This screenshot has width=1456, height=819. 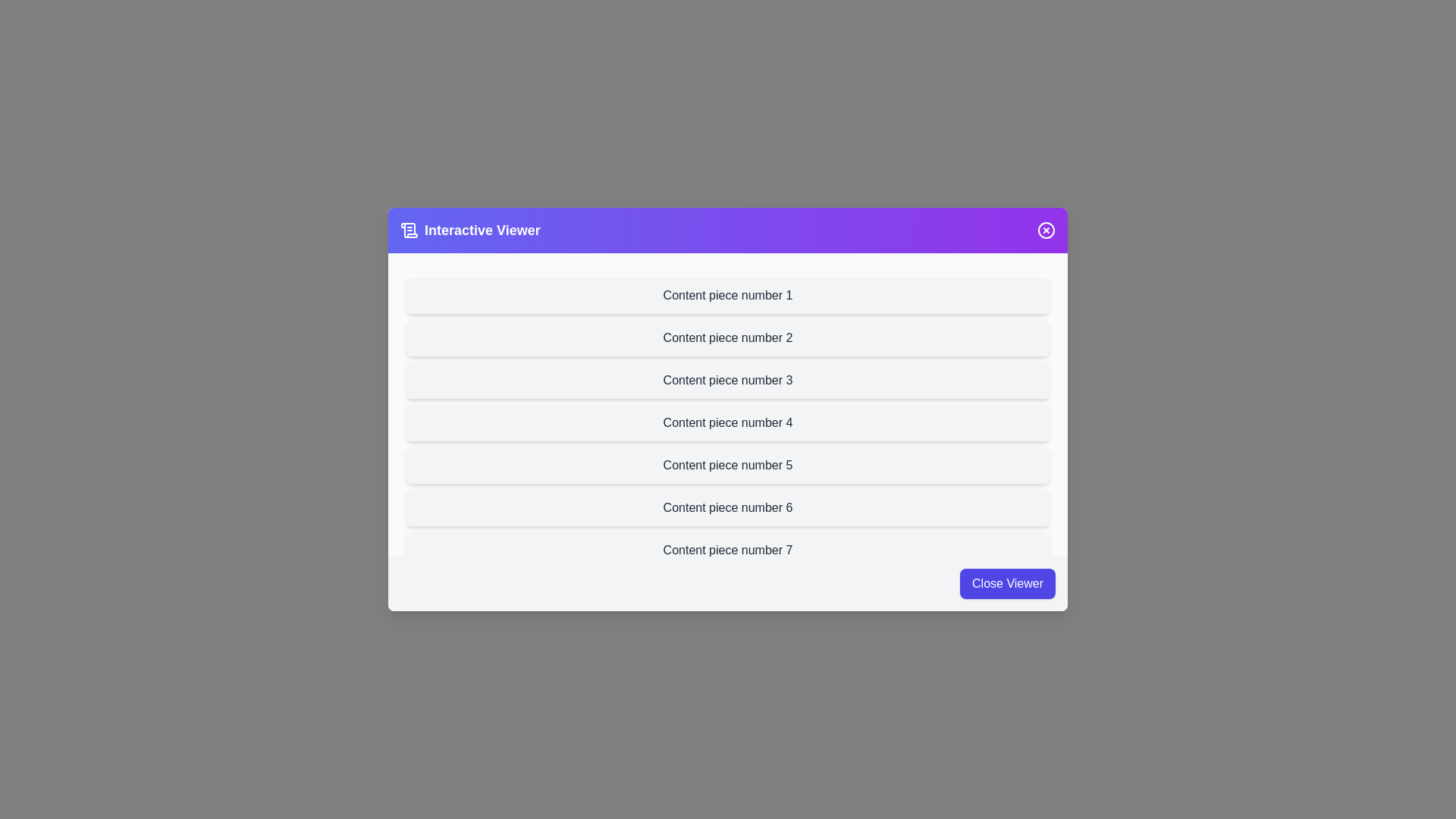 What do you see at coordinates (728, 550) in the screenshot?
I see `the content item labeled 'Content piece number 7' to observe its hover effect` at bounding box center [728, 550].